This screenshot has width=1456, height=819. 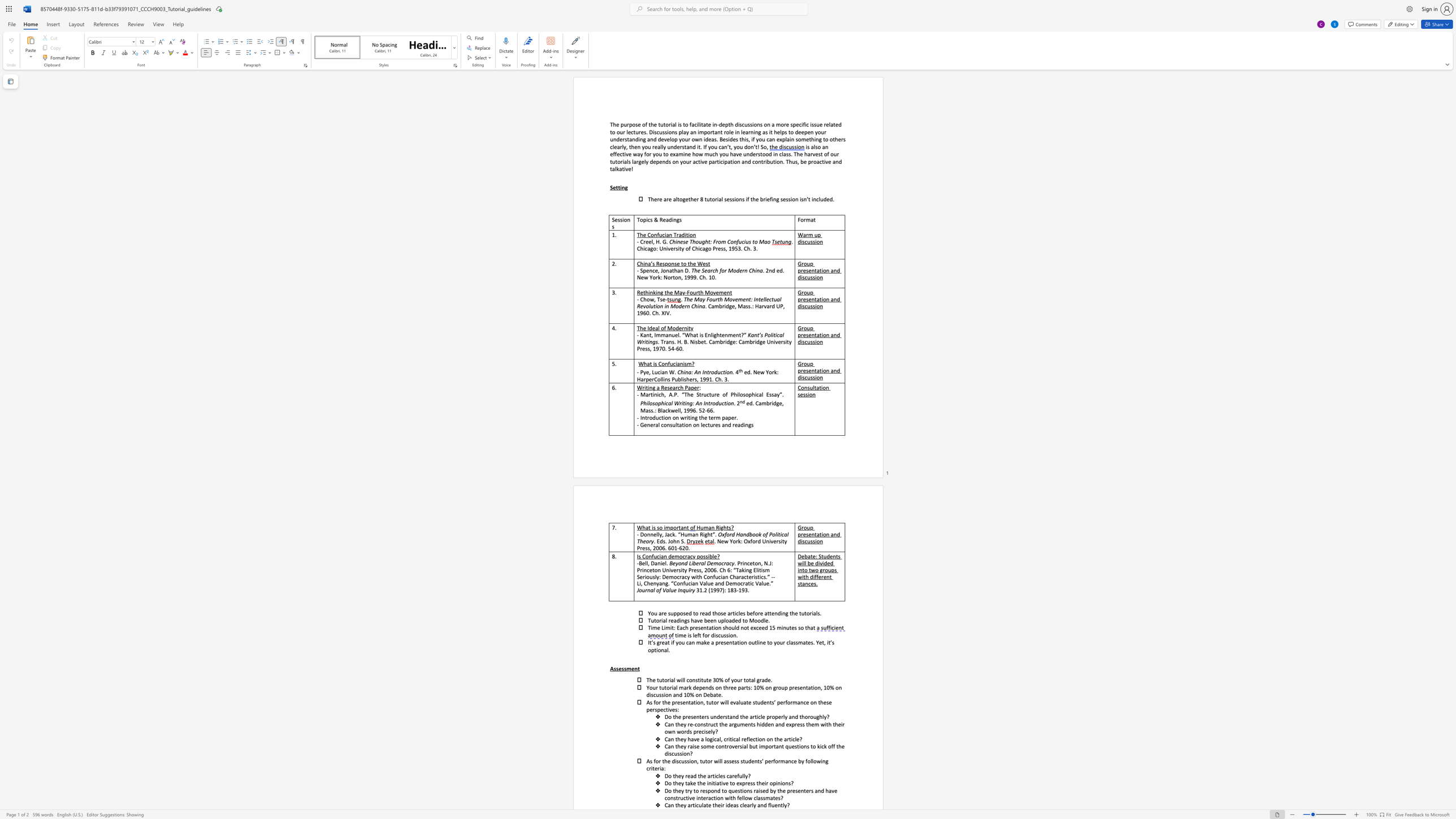 What do you see at coordinates (716, 783) in the screenshot?
I see `the subset text "ative to express their opinion" within the text "Do they take the initiative to express their opinions?"` at bounding box center [716, 783].